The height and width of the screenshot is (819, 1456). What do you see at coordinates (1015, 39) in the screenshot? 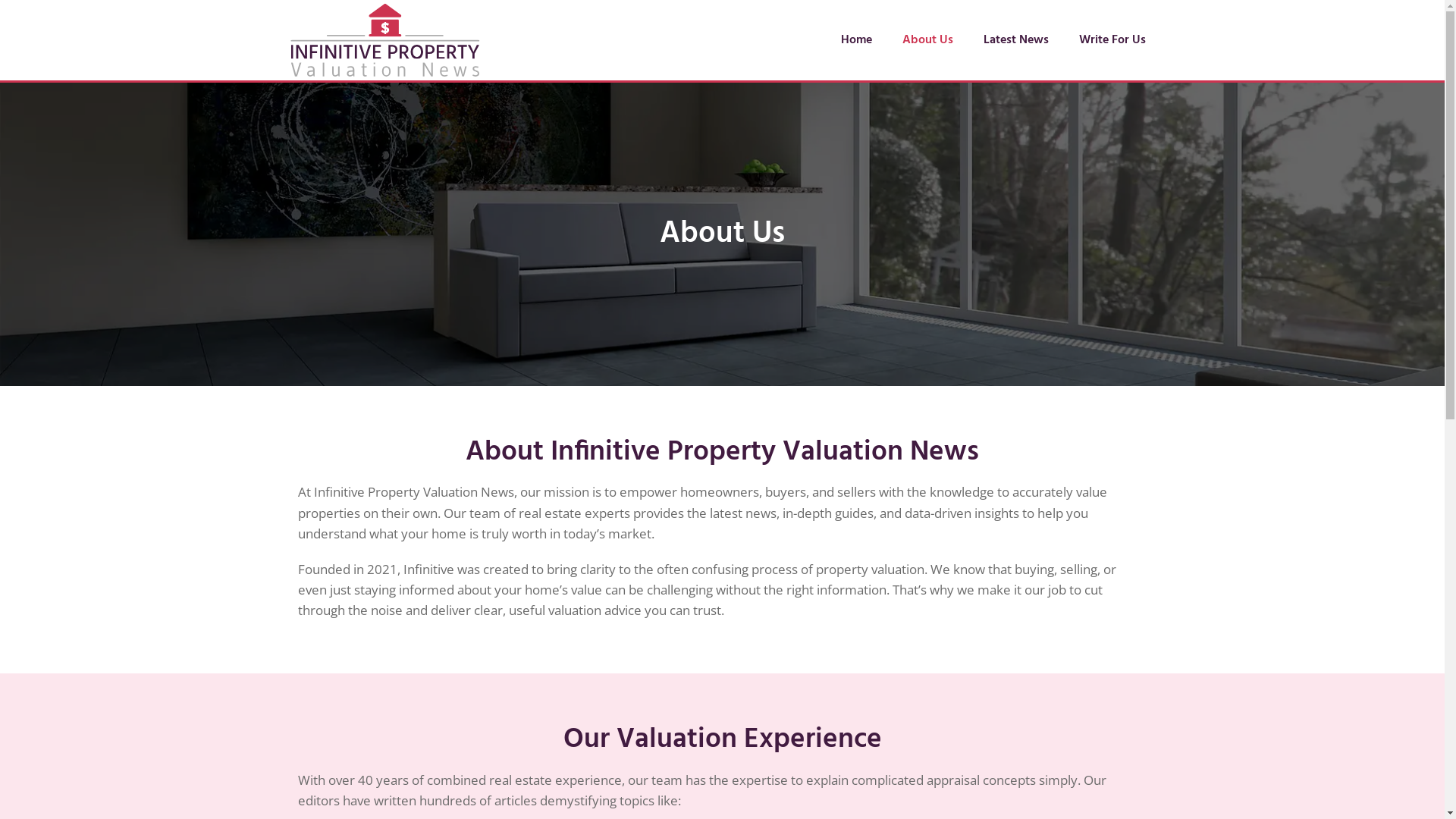
I see `'Latest News'` at bounding box center [1015, 39].